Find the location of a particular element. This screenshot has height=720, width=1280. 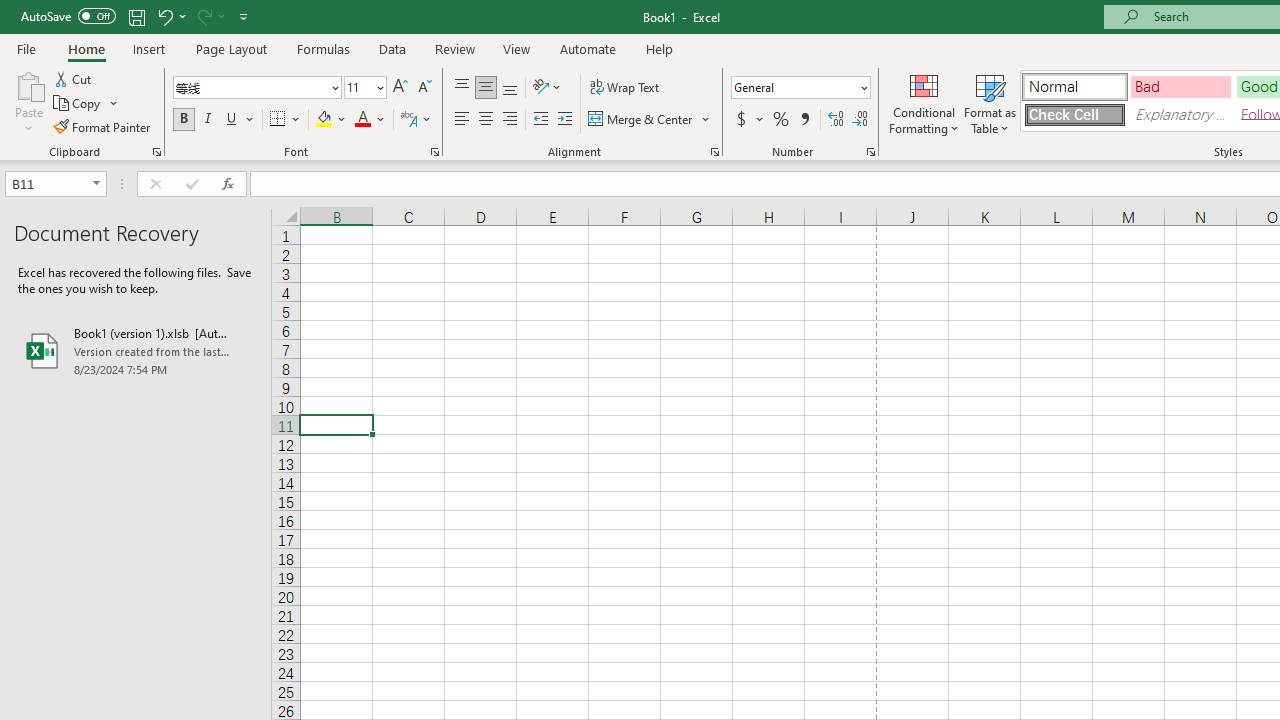

'Comma Style' is located at coordinates (805, 119).